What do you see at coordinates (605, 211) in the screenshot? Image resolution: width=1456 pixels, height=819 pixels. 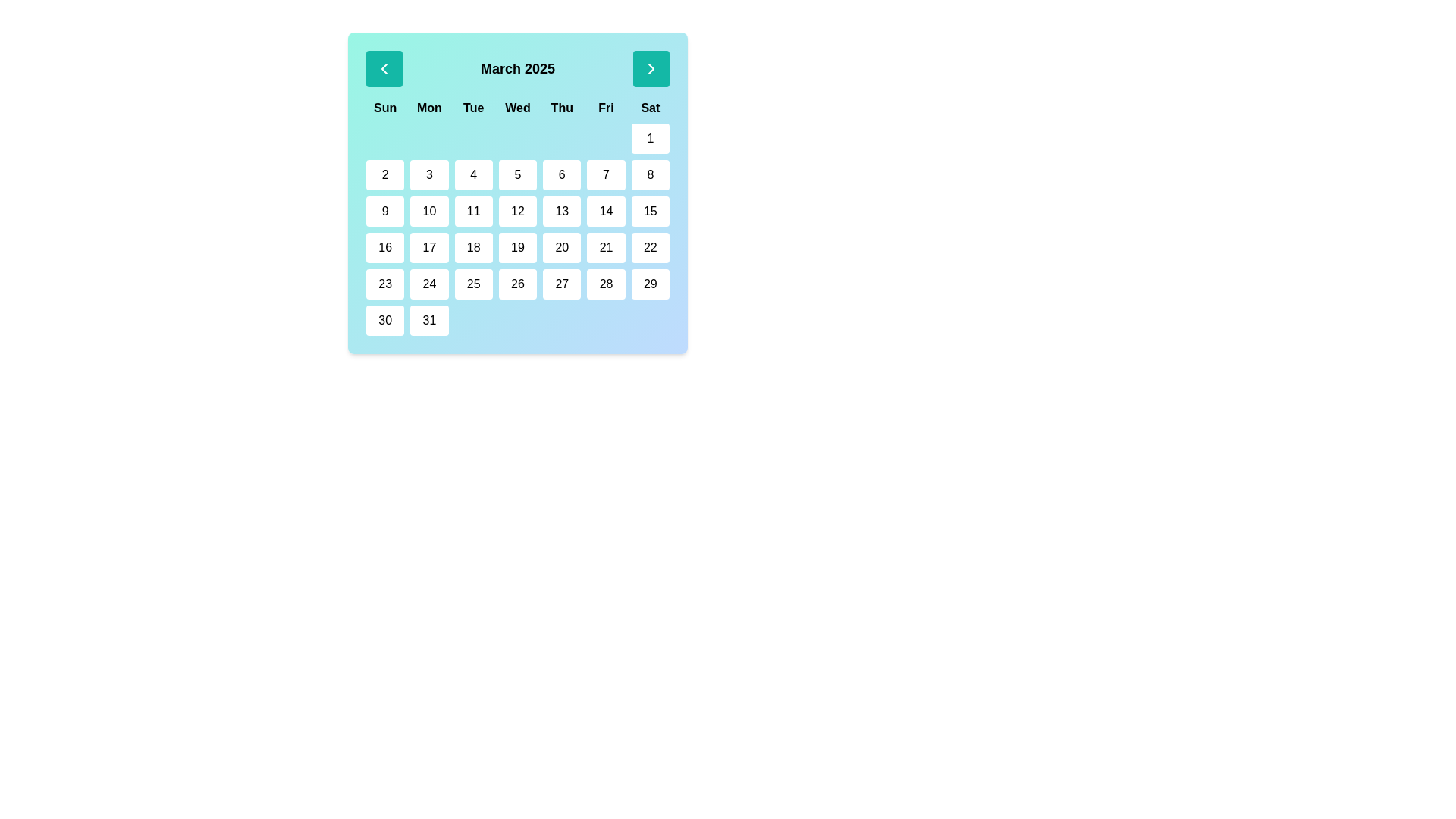 I see `the square-shaped button labeled '14' with a white background and black text, located in the third row and sixth column of the calendar grid` at bounding box center [605, 211].